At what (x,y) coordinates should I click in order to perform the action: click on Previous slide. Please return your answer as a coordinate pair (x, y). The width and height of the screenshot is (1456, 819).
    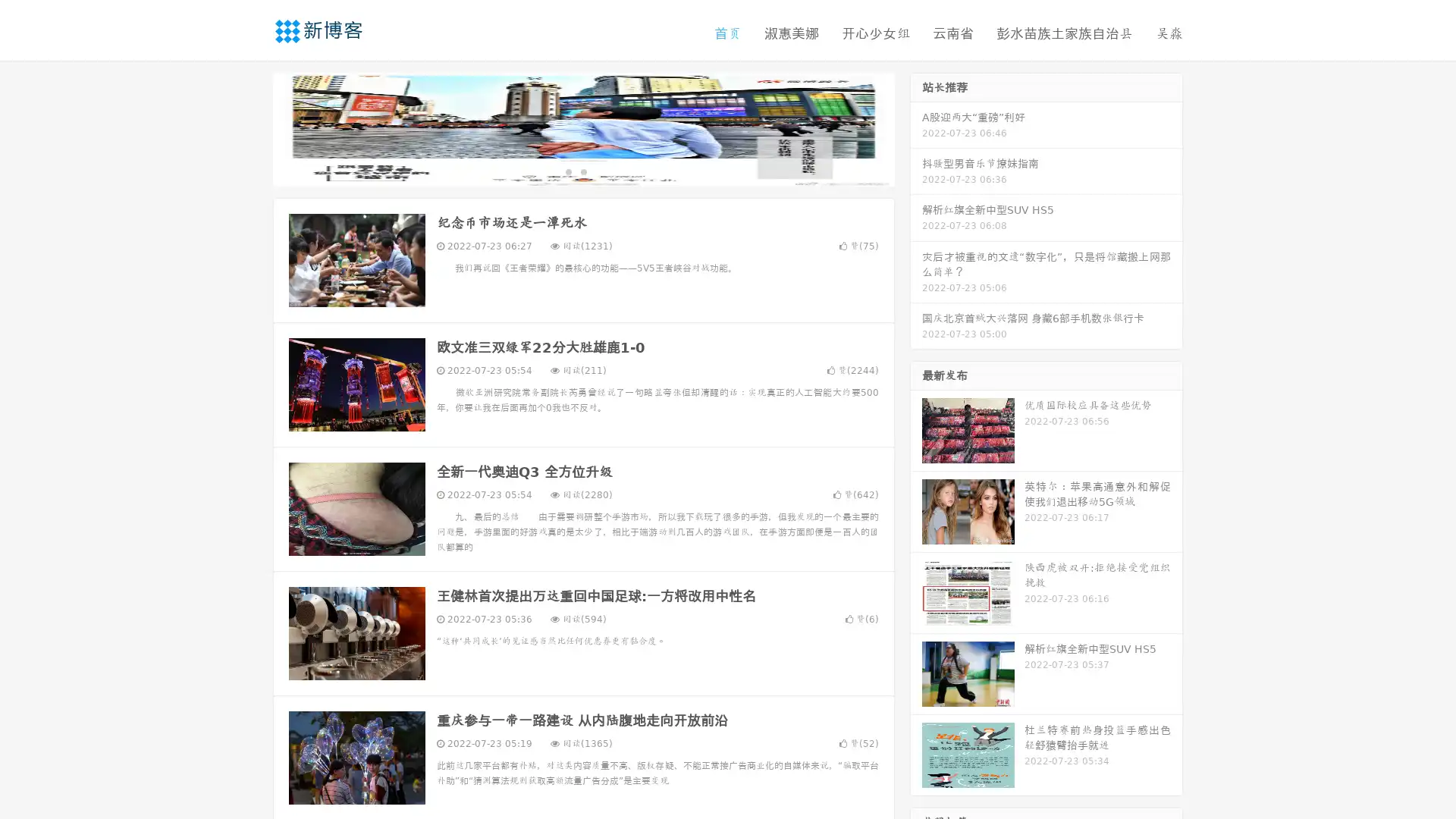
    Looking at the image, I should click on (250, 127).